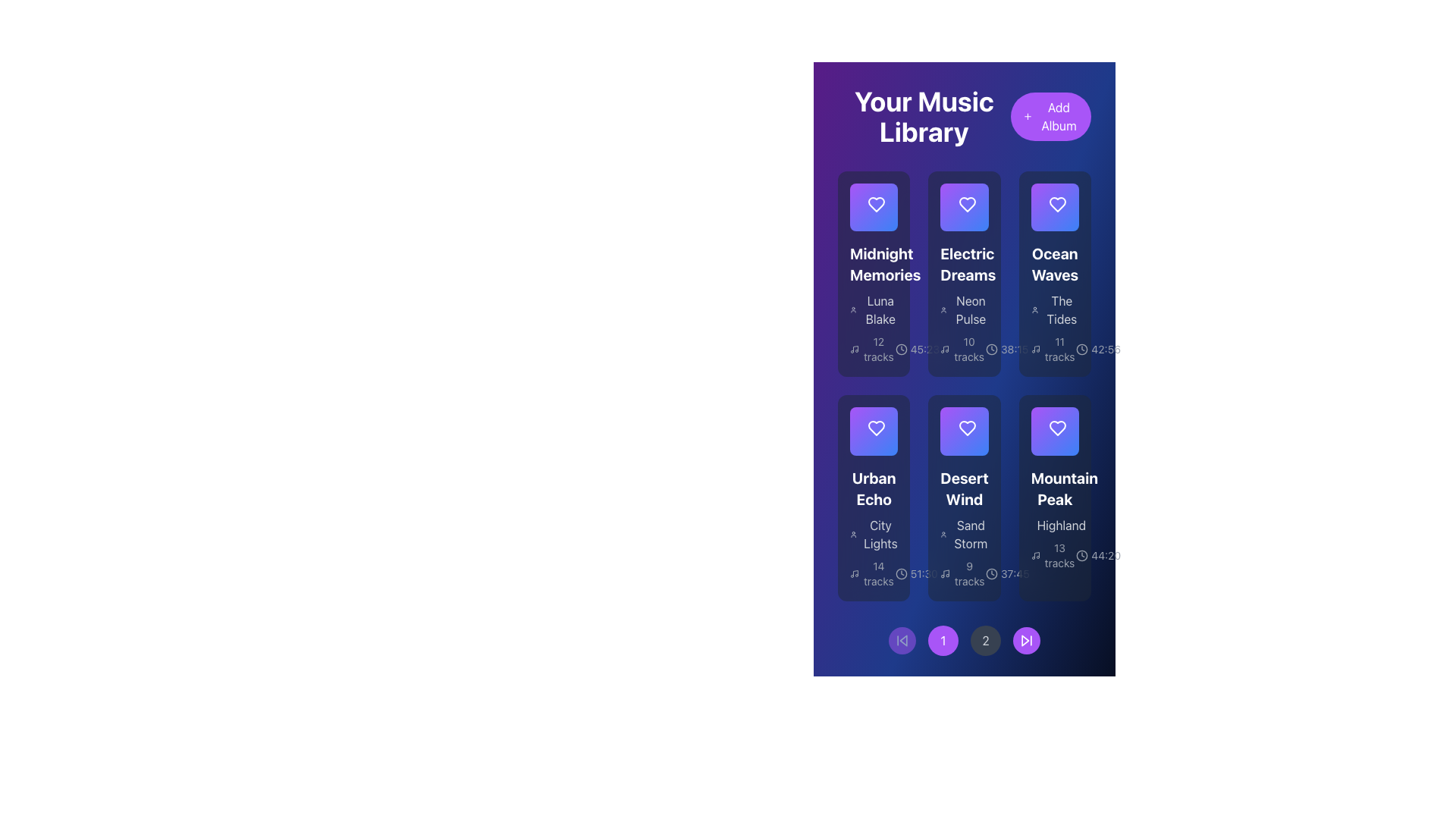  What do you see at coordinates (1061, 309) in the screenshot?
I see `the text label that identifies the album named 'The Tides' within the 'Ocean Waves' card, located in the top row, third column of the album grid` at bounding box center [1061, 309].